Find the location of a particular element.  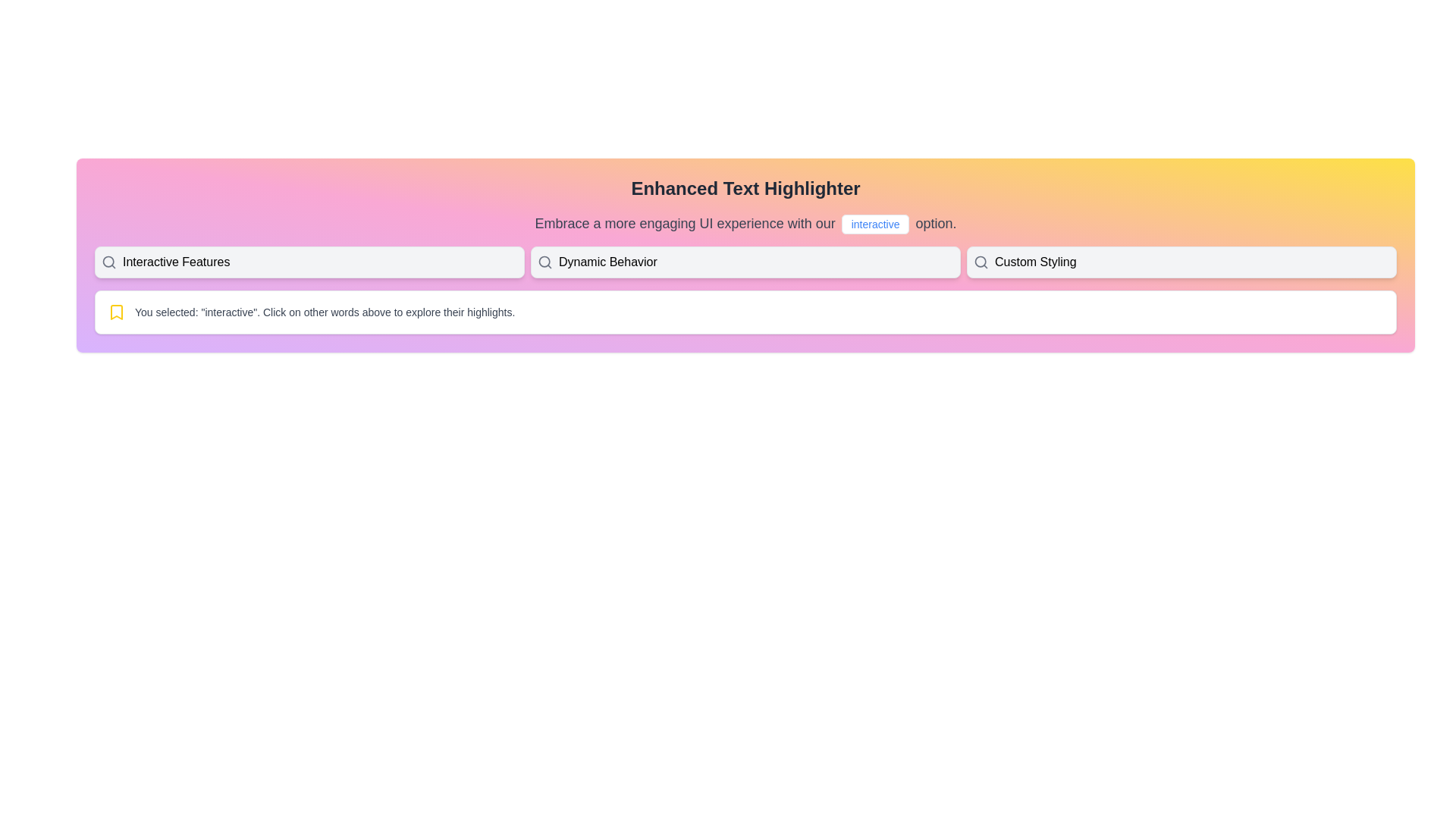

text block displaying the message: 'You selected: "interactive". Click on other words above to explore their highlights.' This text block is styled with a gray font and is prominently displayed below selectable options is located at coordinates (324, 312).